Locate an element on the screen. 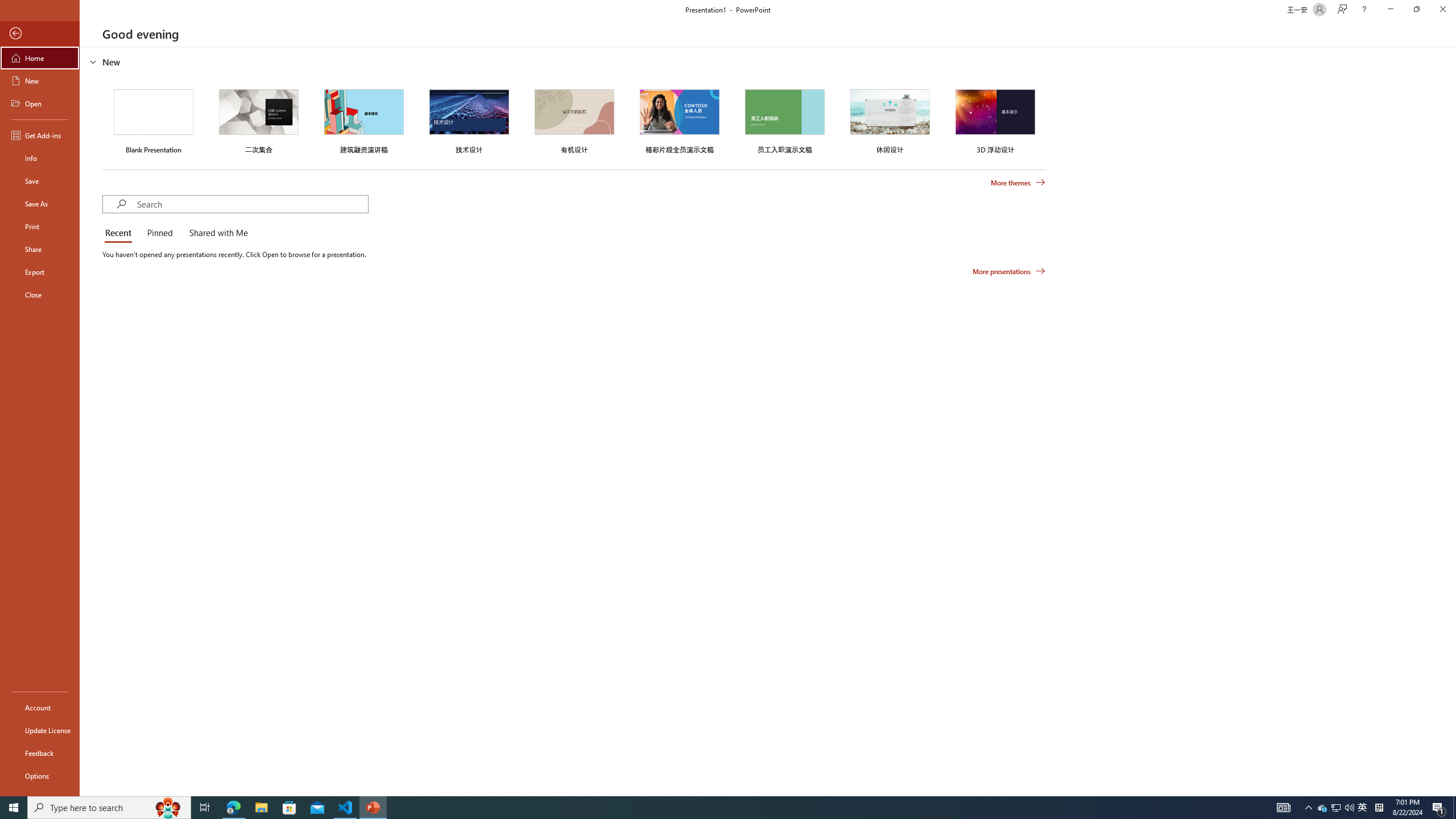 This screenshot has width=1456, height=819. 'Minimize' is located at coordinates (1389, 9).